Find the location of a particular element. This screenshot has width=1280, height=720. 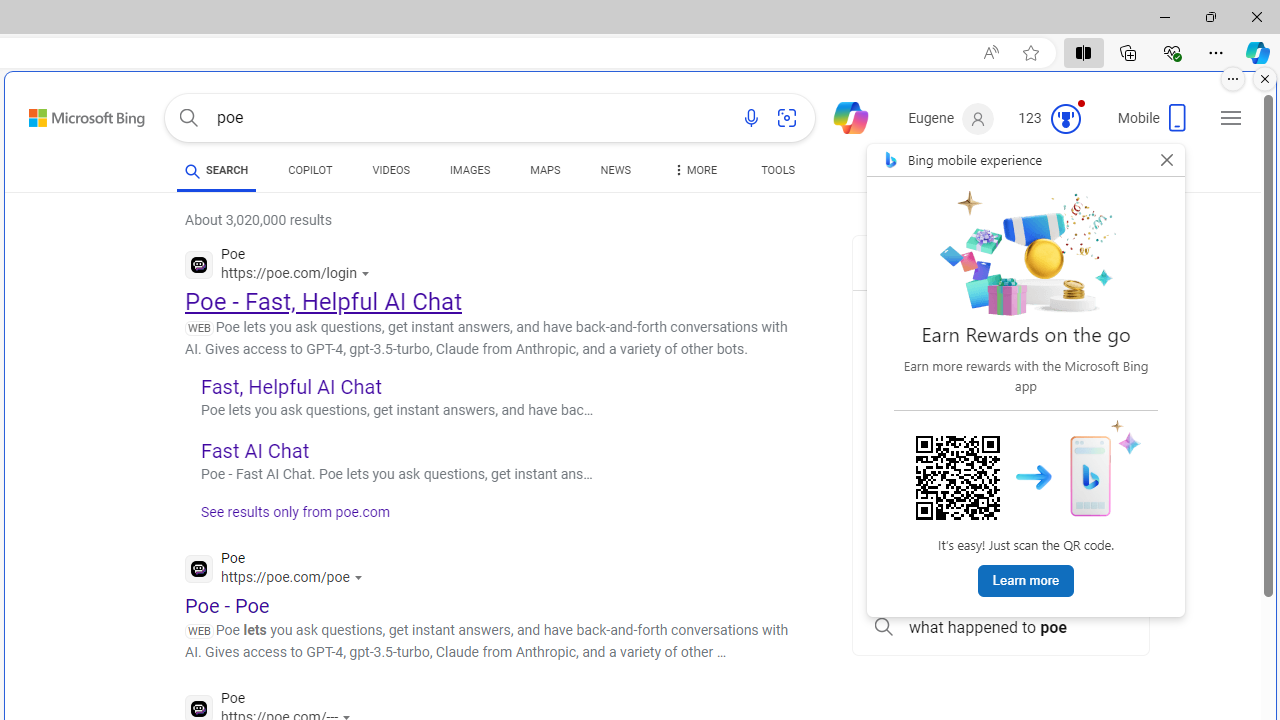

'Actions for this site' is located at coordinates (360, 577).